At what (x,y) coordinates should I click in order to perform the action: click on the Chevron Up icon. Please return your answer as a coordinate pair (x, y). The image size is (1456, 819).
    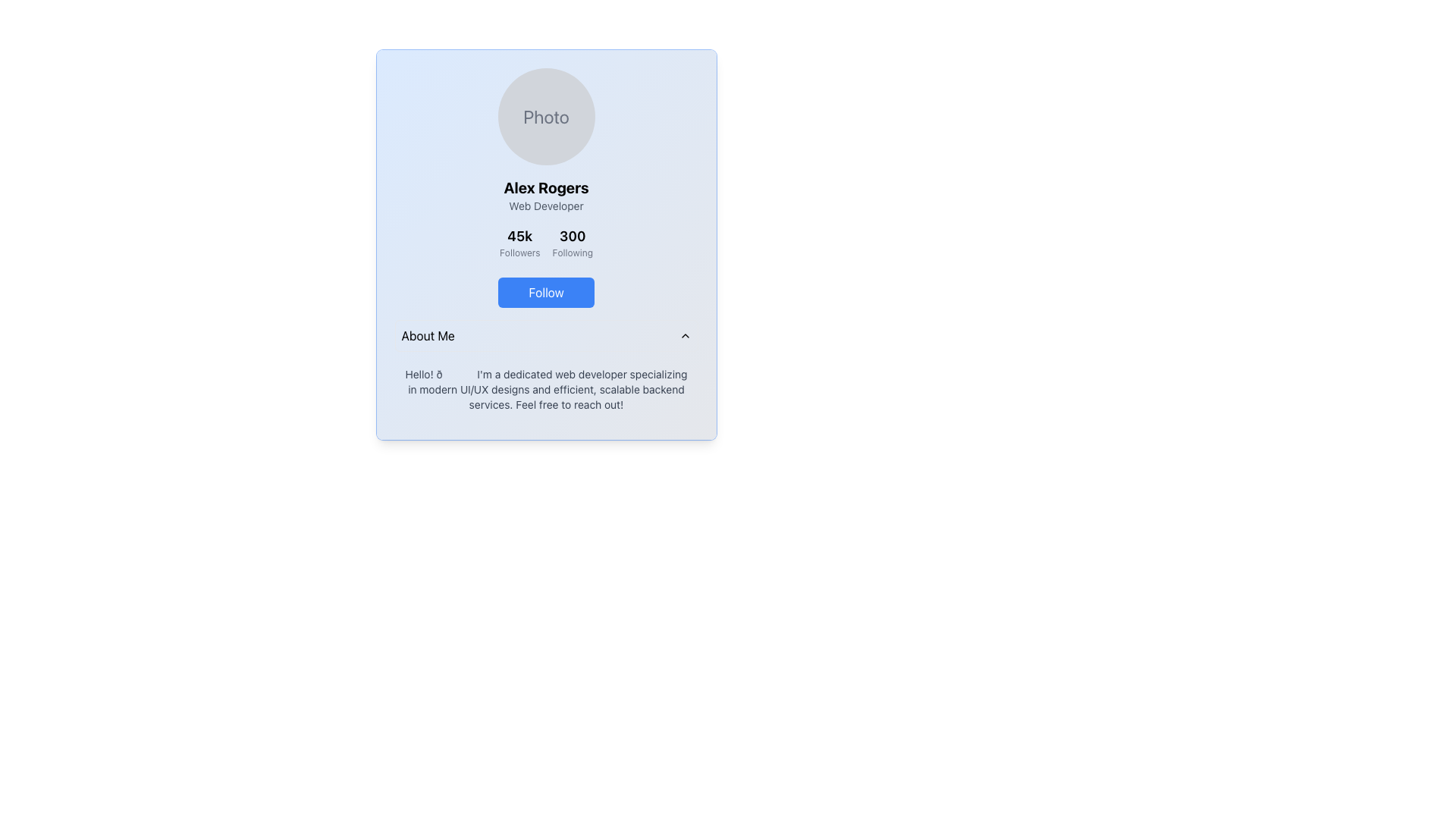
    Looking at the image, I should click on (684, 335).